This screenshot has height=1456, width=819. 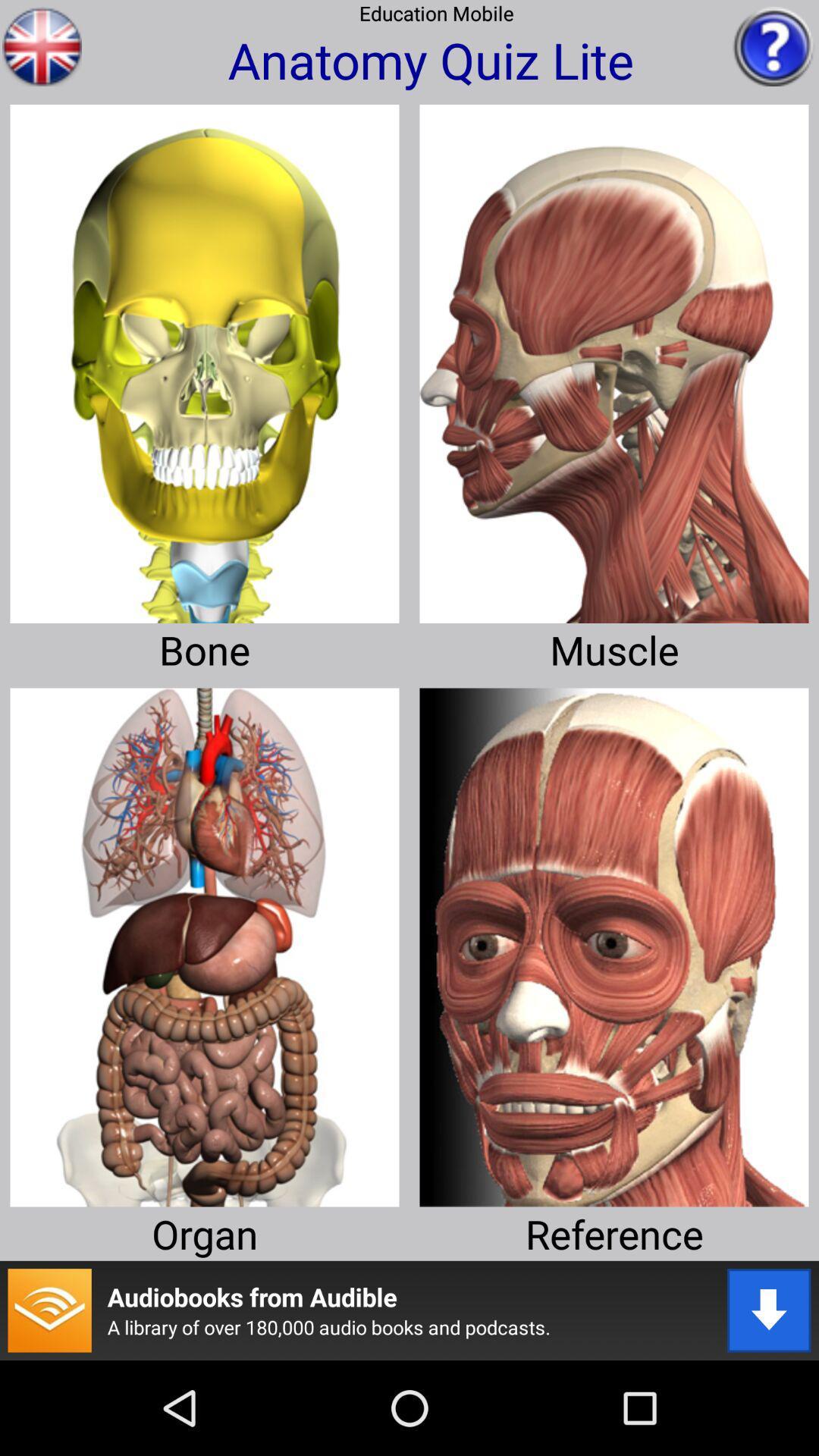 What do you see at coordinates (773, 49) in the screenshot?
I see `the help icon` at bounding box center [773, 49].